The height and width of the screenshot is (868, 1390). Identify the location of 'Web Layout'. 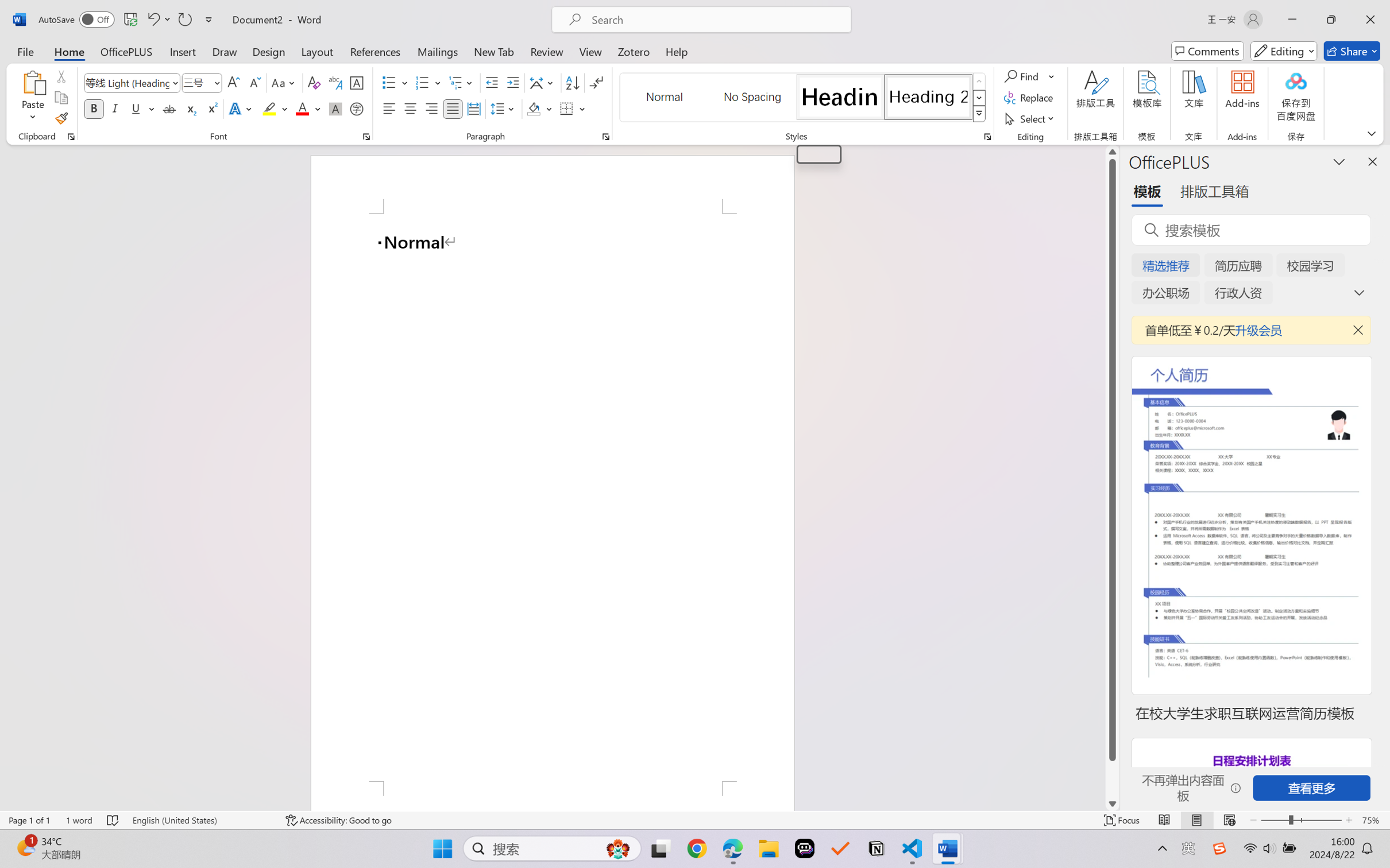
(1229, 820).